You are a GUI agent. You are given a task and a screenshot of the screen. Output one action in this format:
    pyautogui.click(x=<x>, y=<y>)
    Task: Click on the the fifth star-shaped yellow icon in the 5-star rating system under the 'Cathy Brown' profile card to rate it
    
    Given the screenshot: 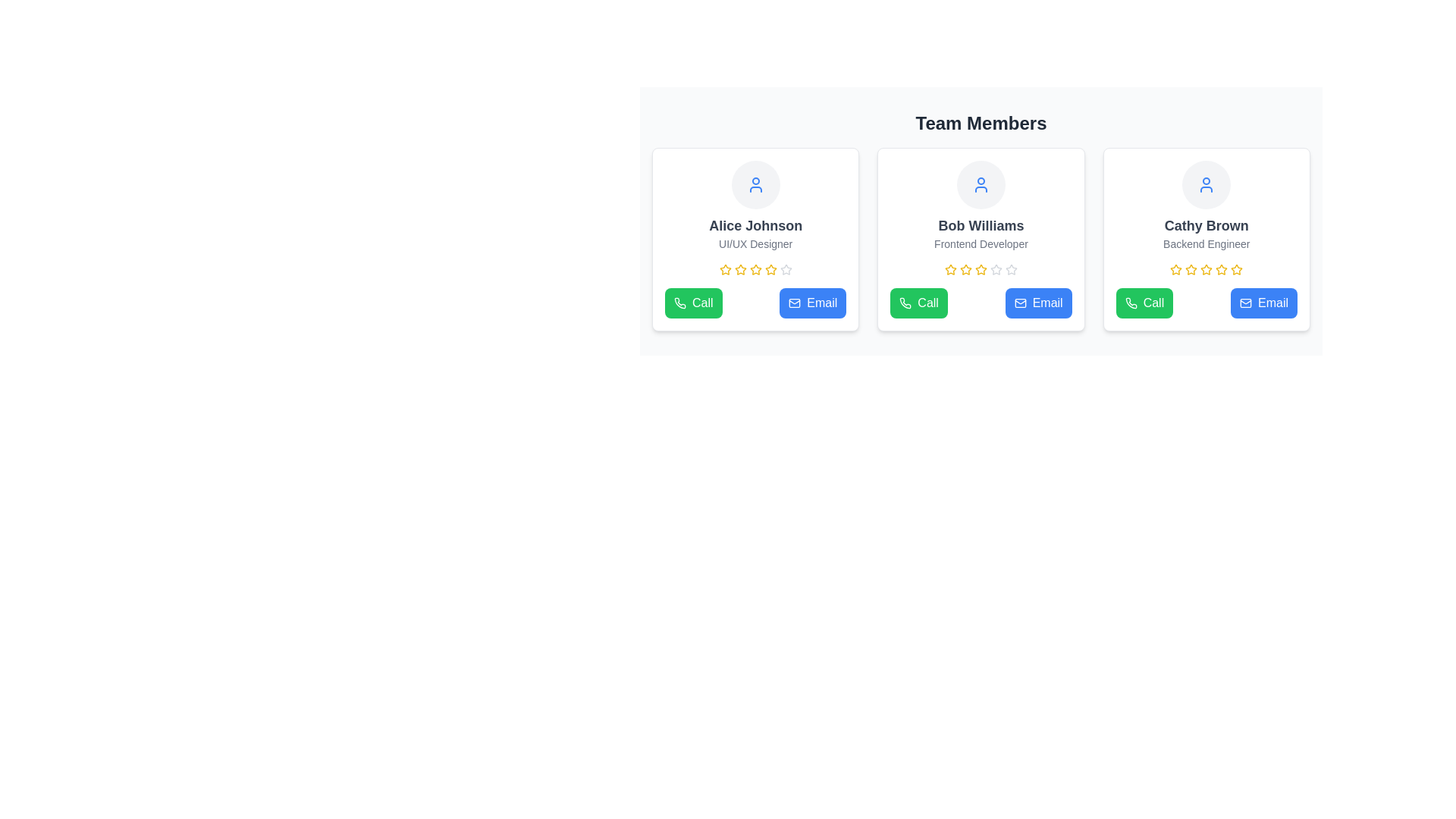 What is the action you would take?
    pyautogui.click(x=1237, y=268)
    